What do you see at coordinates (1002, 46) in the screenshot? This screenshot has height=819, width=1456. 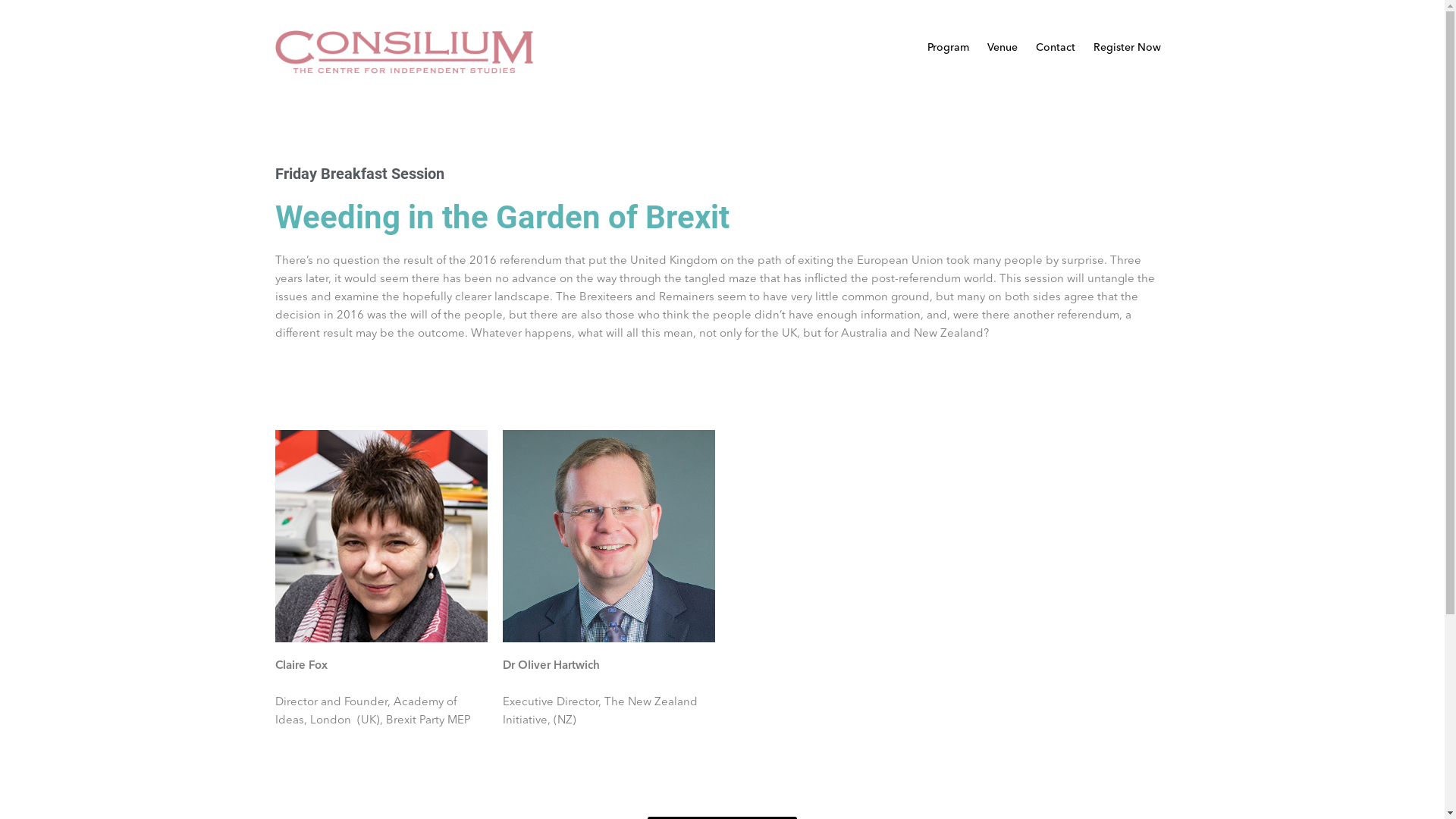 I see `'Venue'` at bounding box center [1002, 46].